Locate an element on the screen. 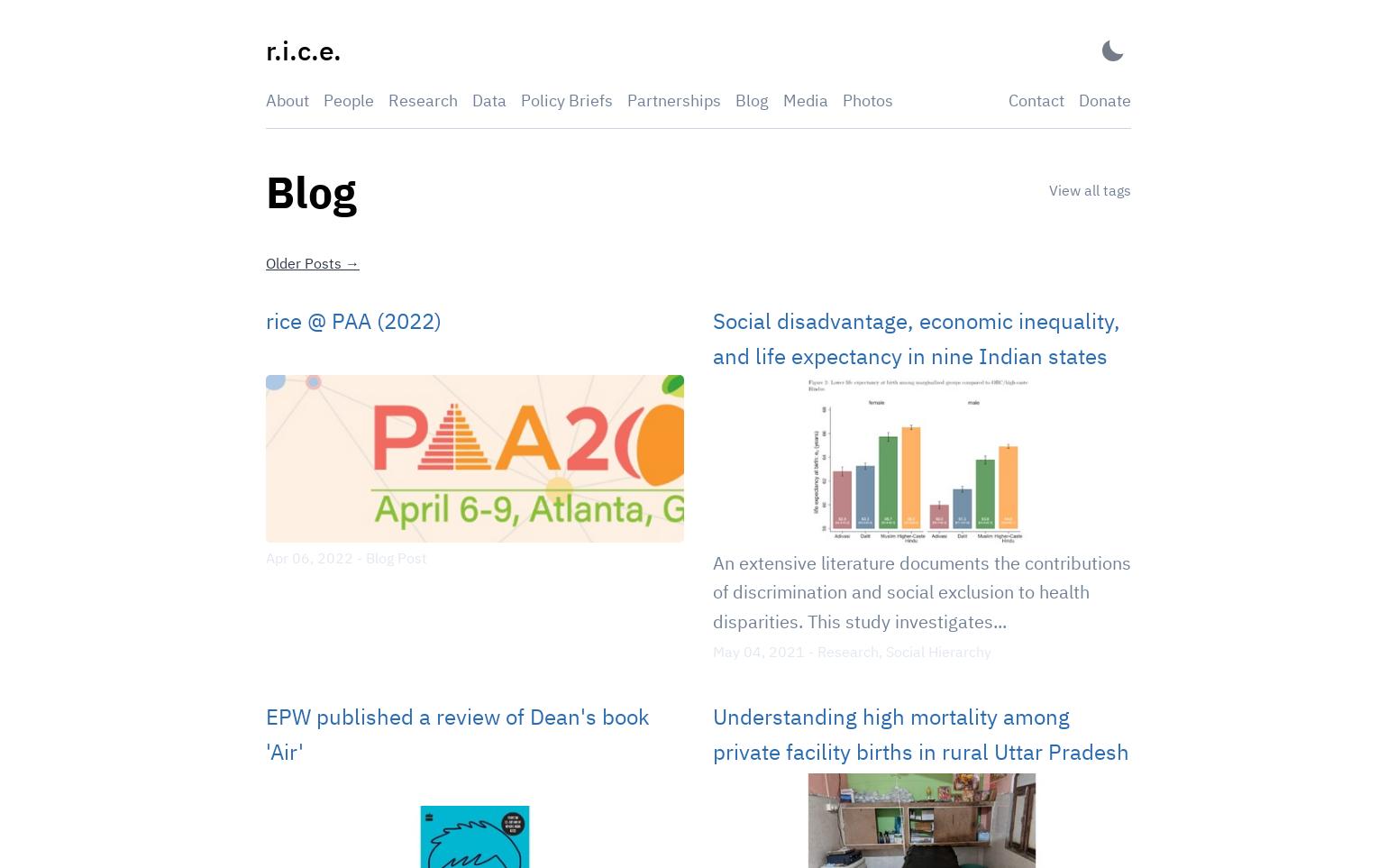 The image size is (1397, 868). 'r.i.c.e.' is located at coordinates (302, 50).